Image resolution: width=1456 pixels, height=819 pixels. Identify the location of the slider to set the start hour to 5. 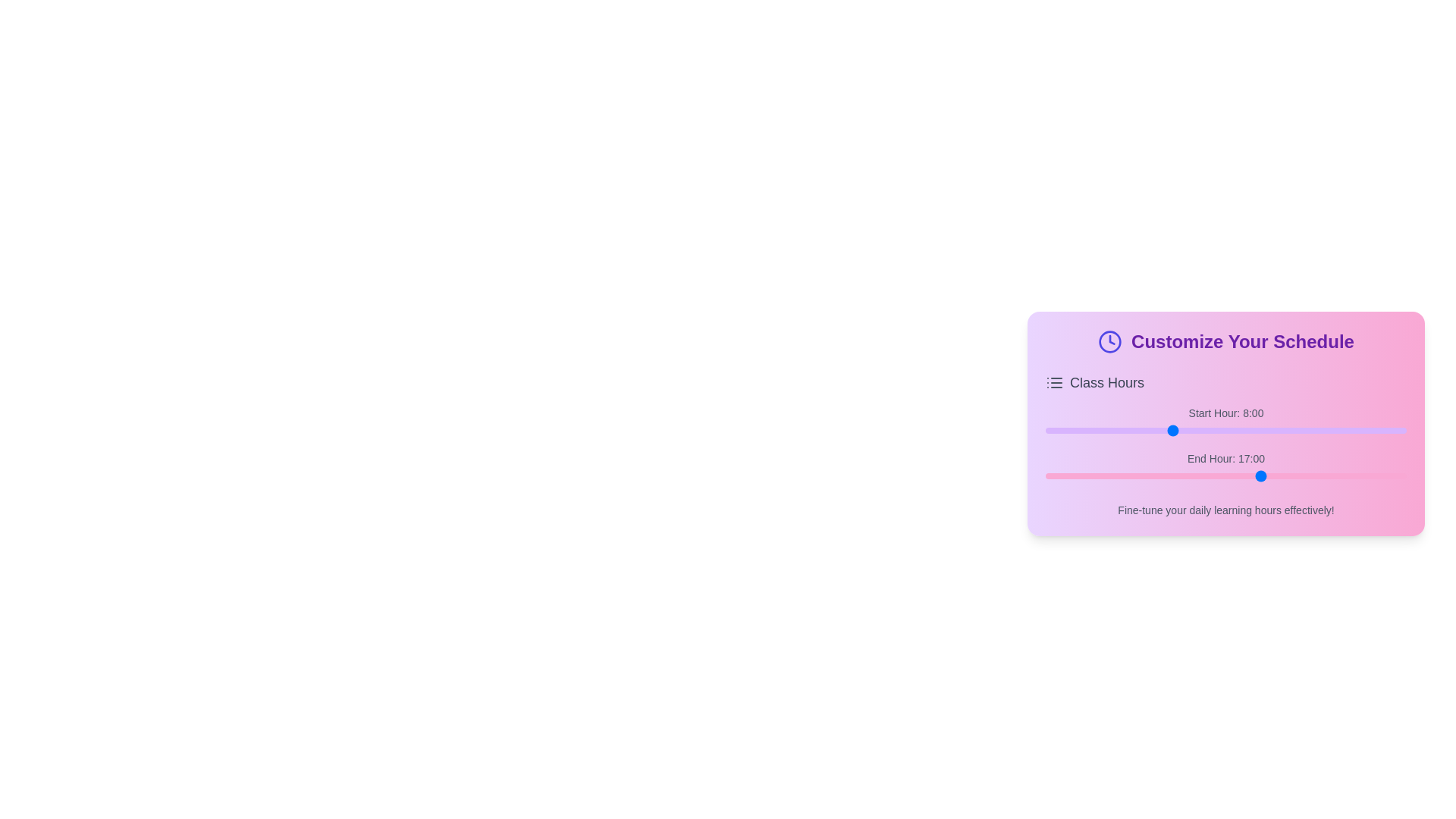
(1124, 430).